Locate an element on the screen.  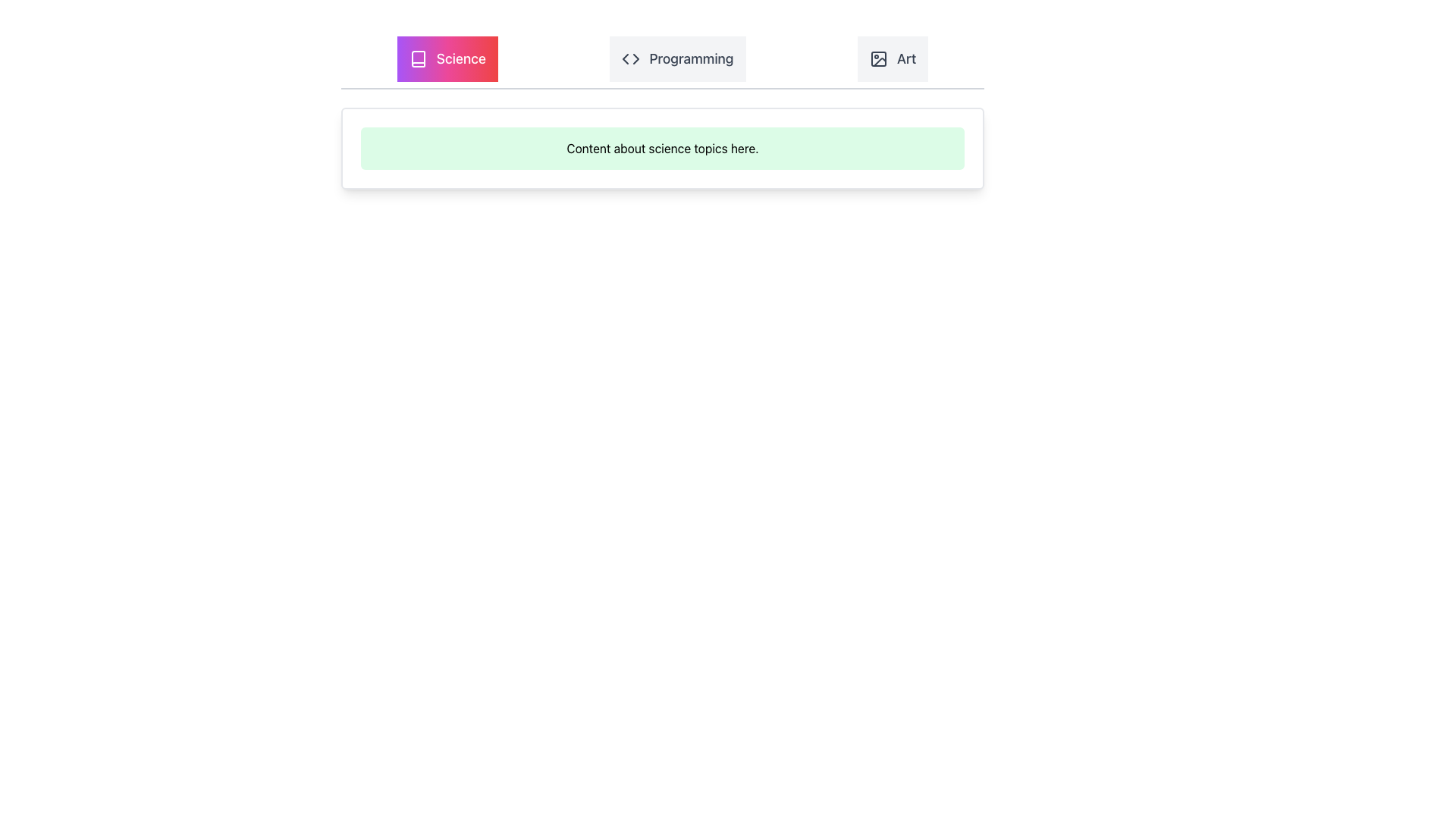
the 'Art' tab, which is the third tab in the tab group, featuring a picture frame icon and styled with a gray font on a light gray background is located at coordinates (893, 58).